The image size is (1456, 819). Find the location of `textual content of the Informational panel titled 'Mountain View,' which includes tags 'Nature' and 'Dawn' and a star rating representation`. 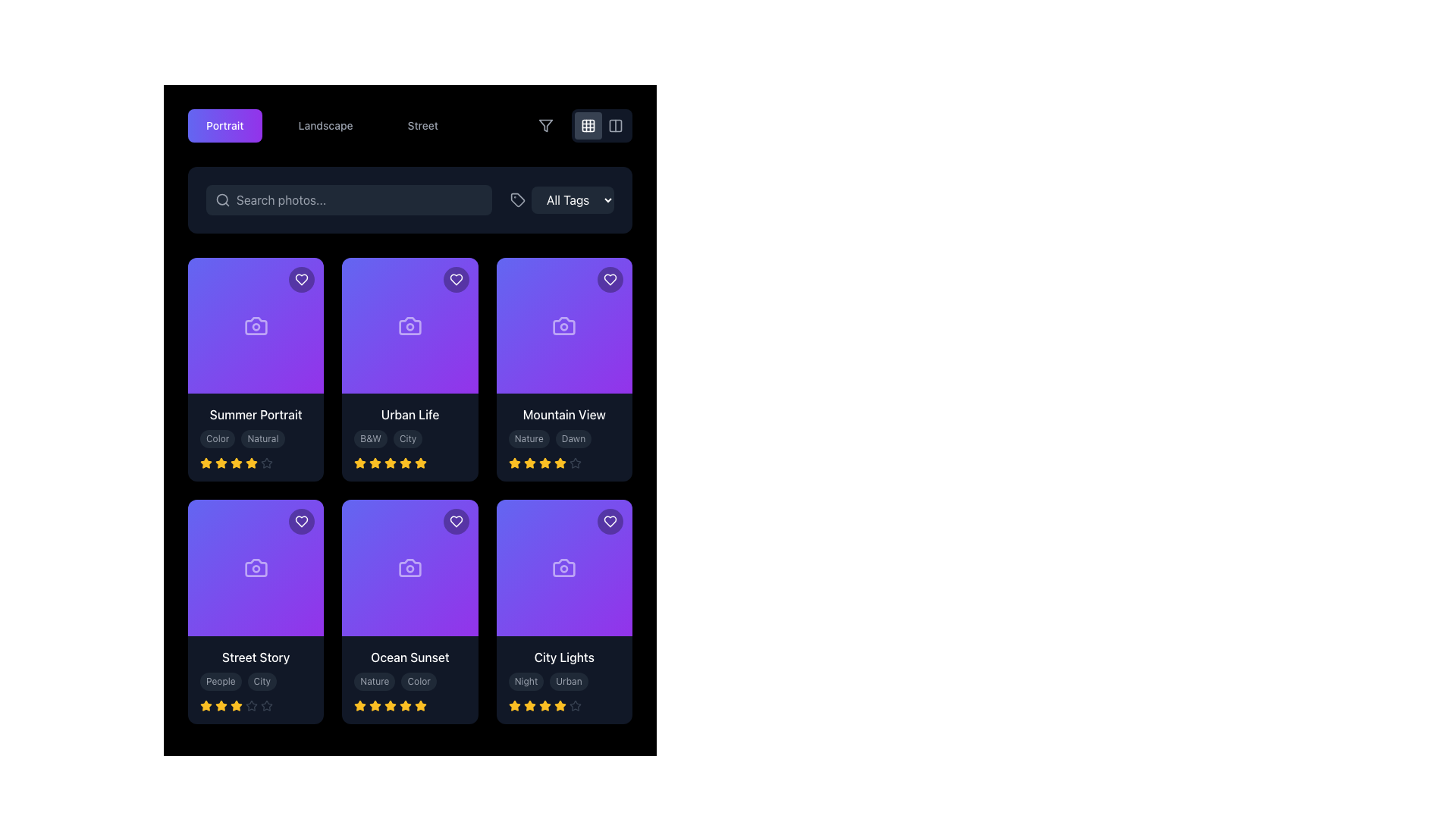

textual content of the Informational panel titled 'Mountain View,' which includes tags 'Nature' and 'Dawn' and a star rating representation is located at coordinates (563, 438).